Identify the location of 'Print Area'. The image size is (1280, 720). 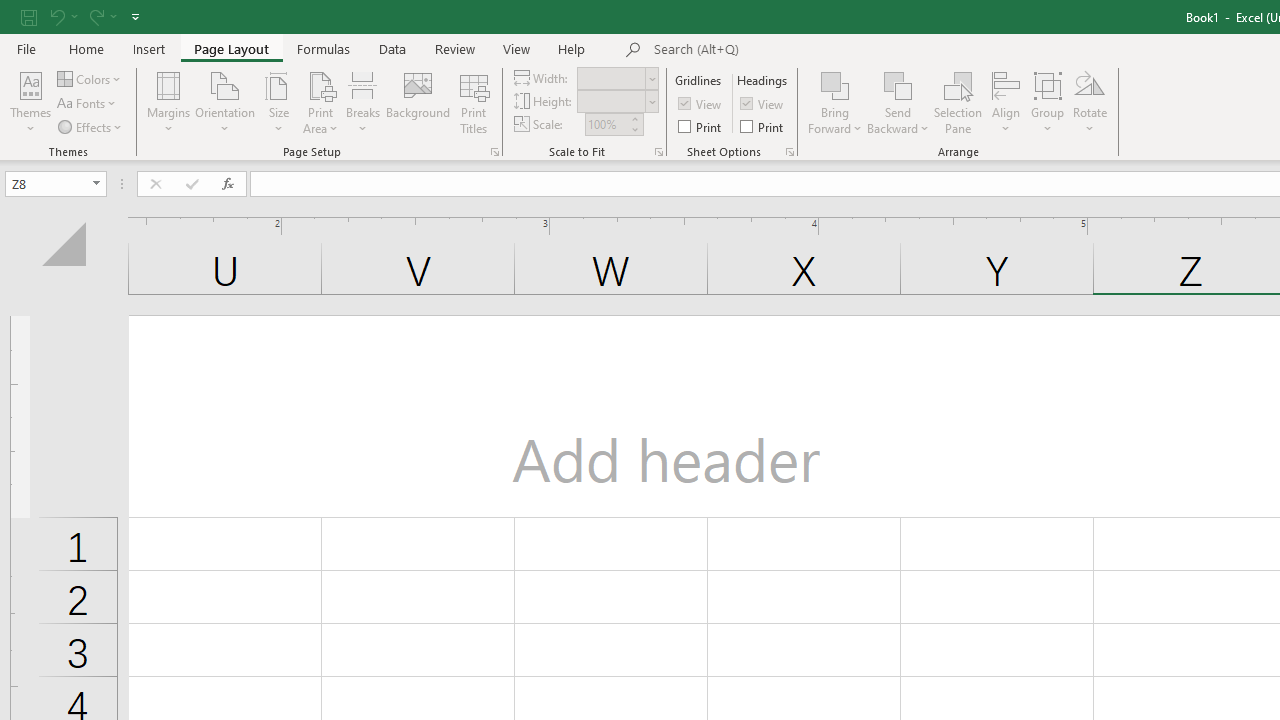
(320, 103).